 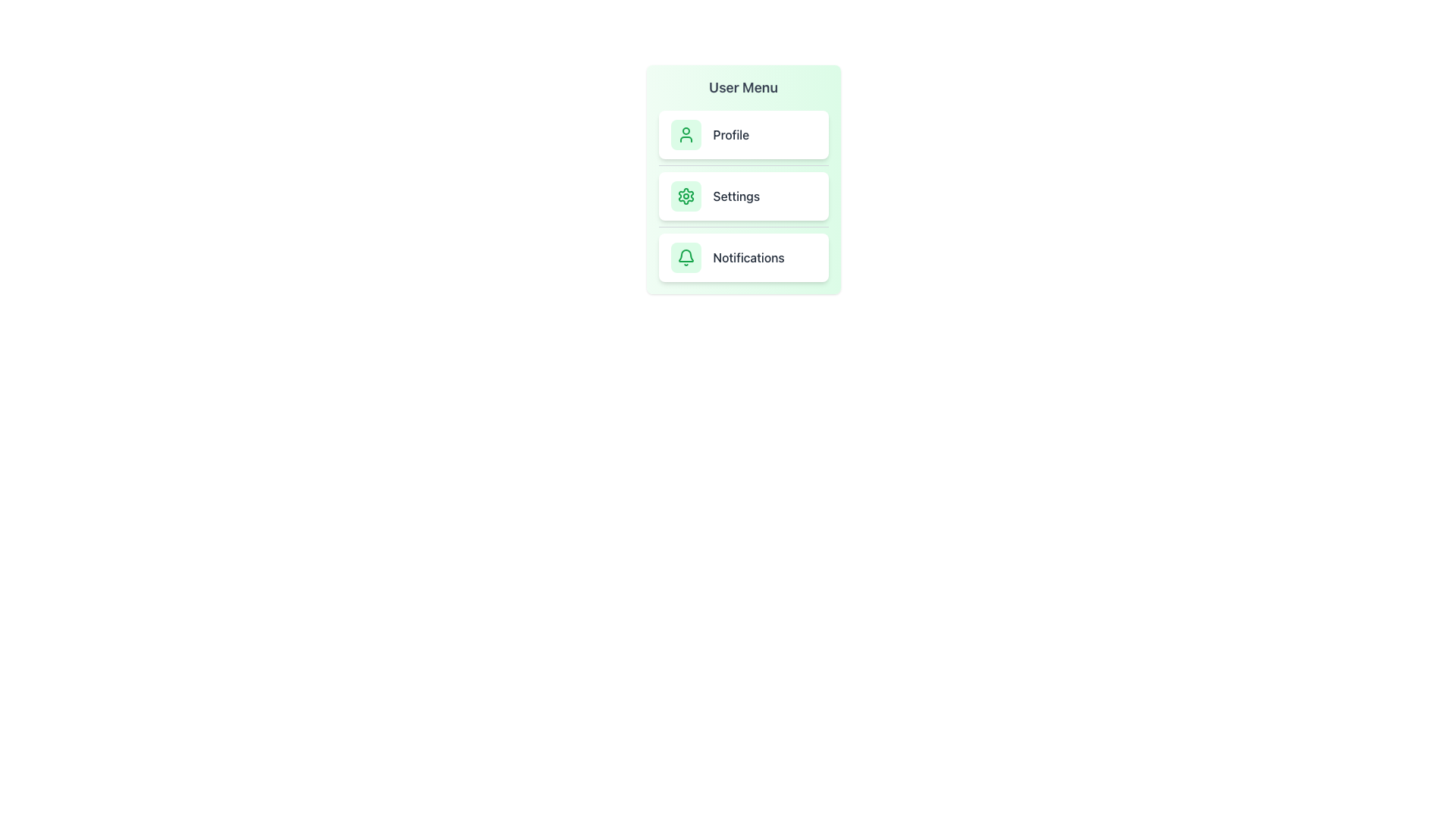 What do you see at coordinates (685, 256) in the screenshot?
I see `the bell icon in the 'Notifications' menu` at bounding box center [685, 256].